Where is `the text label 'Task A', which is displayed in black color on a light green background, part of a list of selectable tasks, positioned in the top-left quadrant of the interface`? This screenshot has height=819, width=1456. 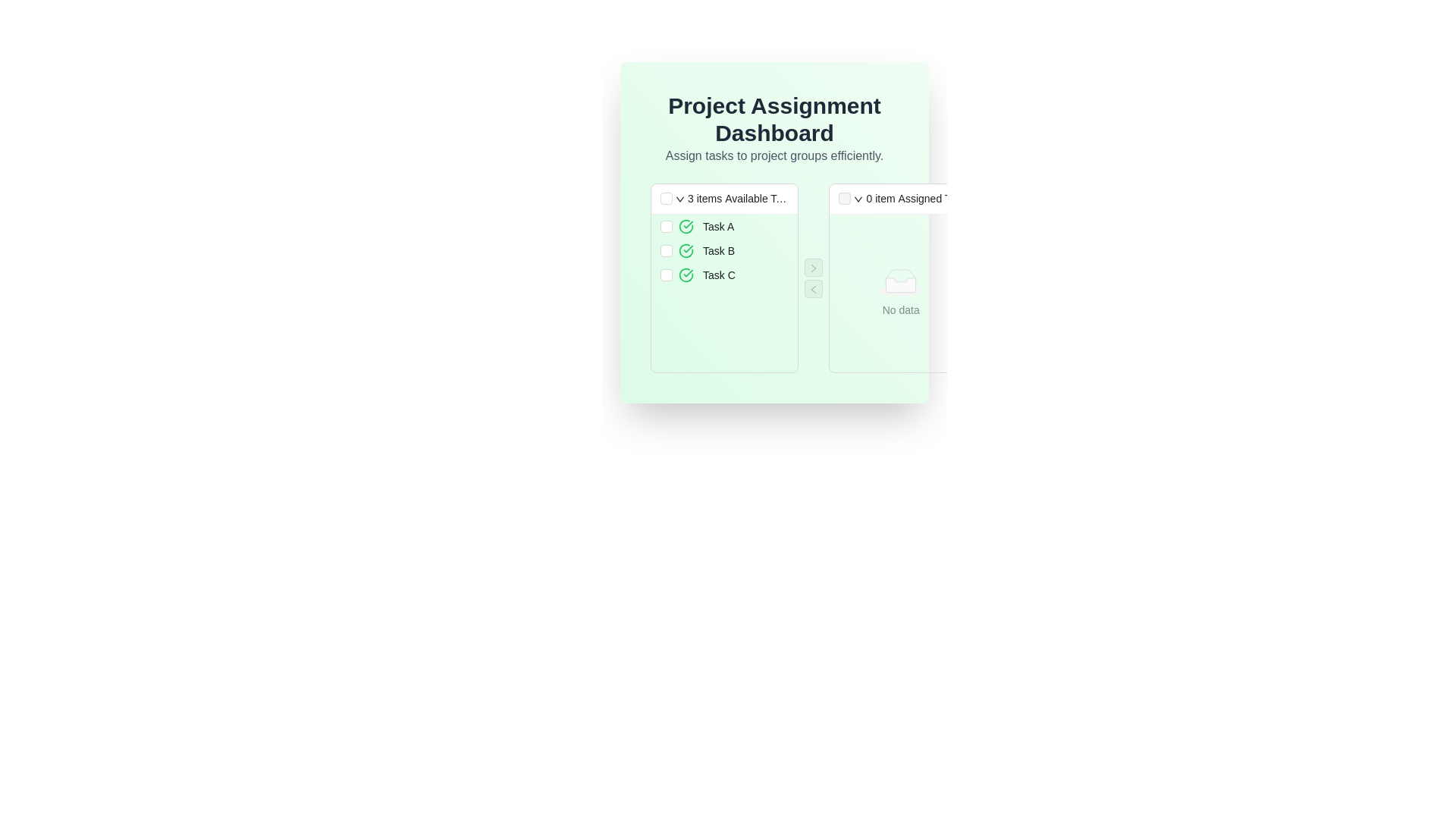
the text label 'Task A', which is displayed in black color on a light green background, part of a list of selectable tasks, positioned in the top-left quadrant of the interface is located at coordinates (717, 227).